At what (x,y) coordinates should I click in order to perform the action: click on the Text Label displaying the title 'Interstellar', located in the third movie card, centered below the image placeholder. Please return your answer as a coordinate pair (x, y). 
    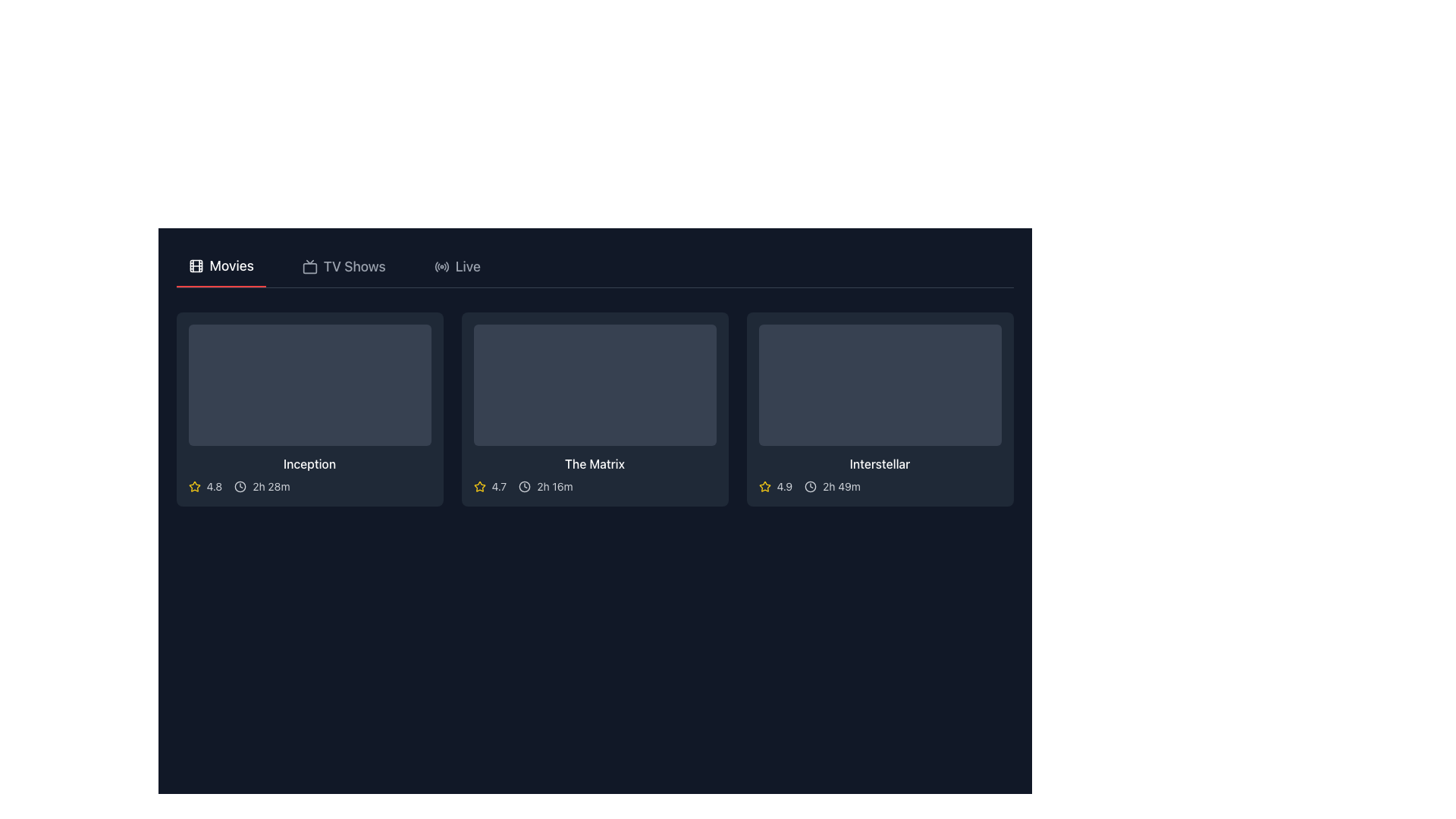
    Looking at the image, I should click on (880, 463).